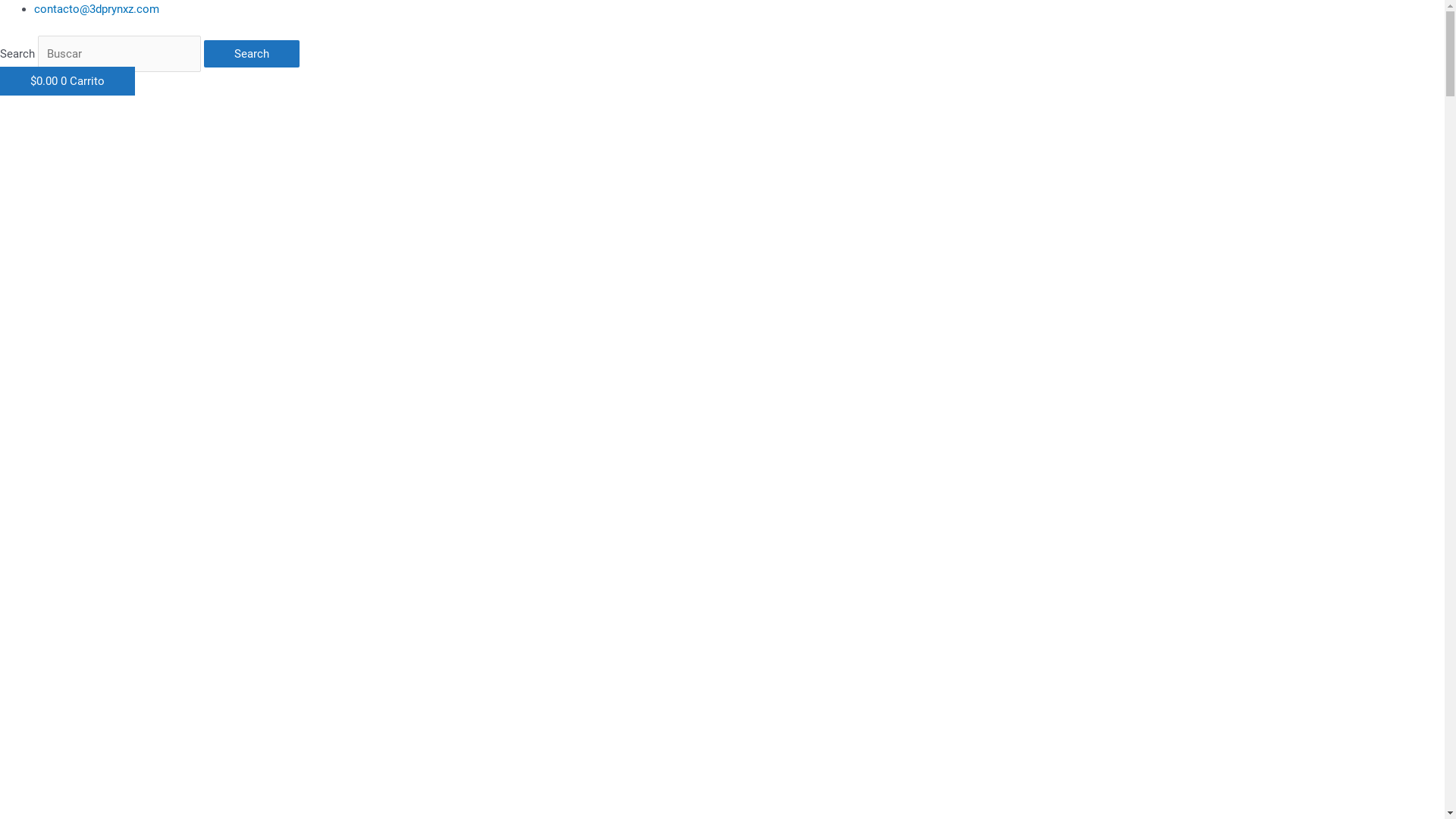  I want to click on 'contacto@3dprynxz.com', so click(96, 8).